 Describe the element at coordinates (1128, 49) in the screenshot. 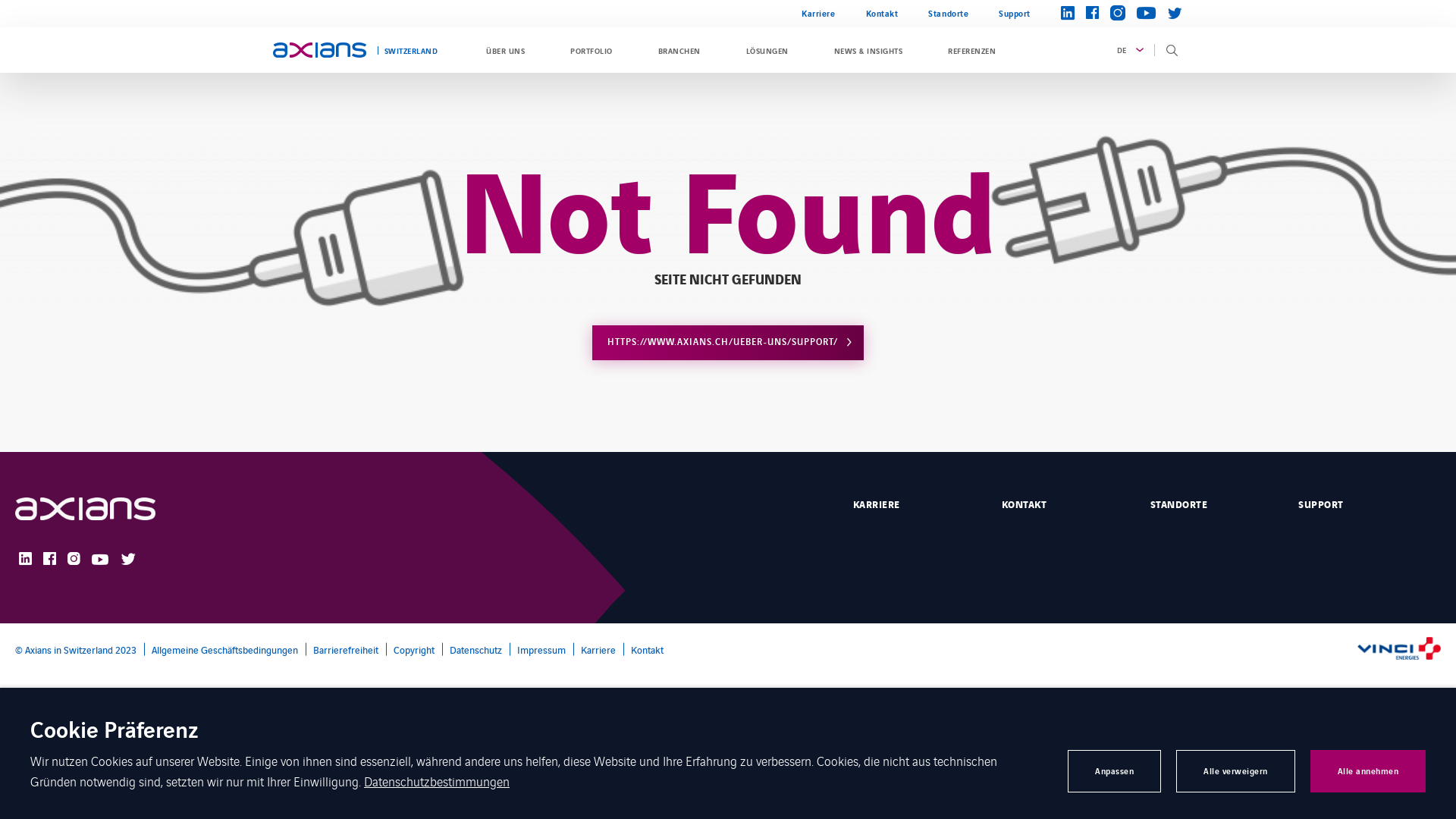

I see `'DE'` at that location.